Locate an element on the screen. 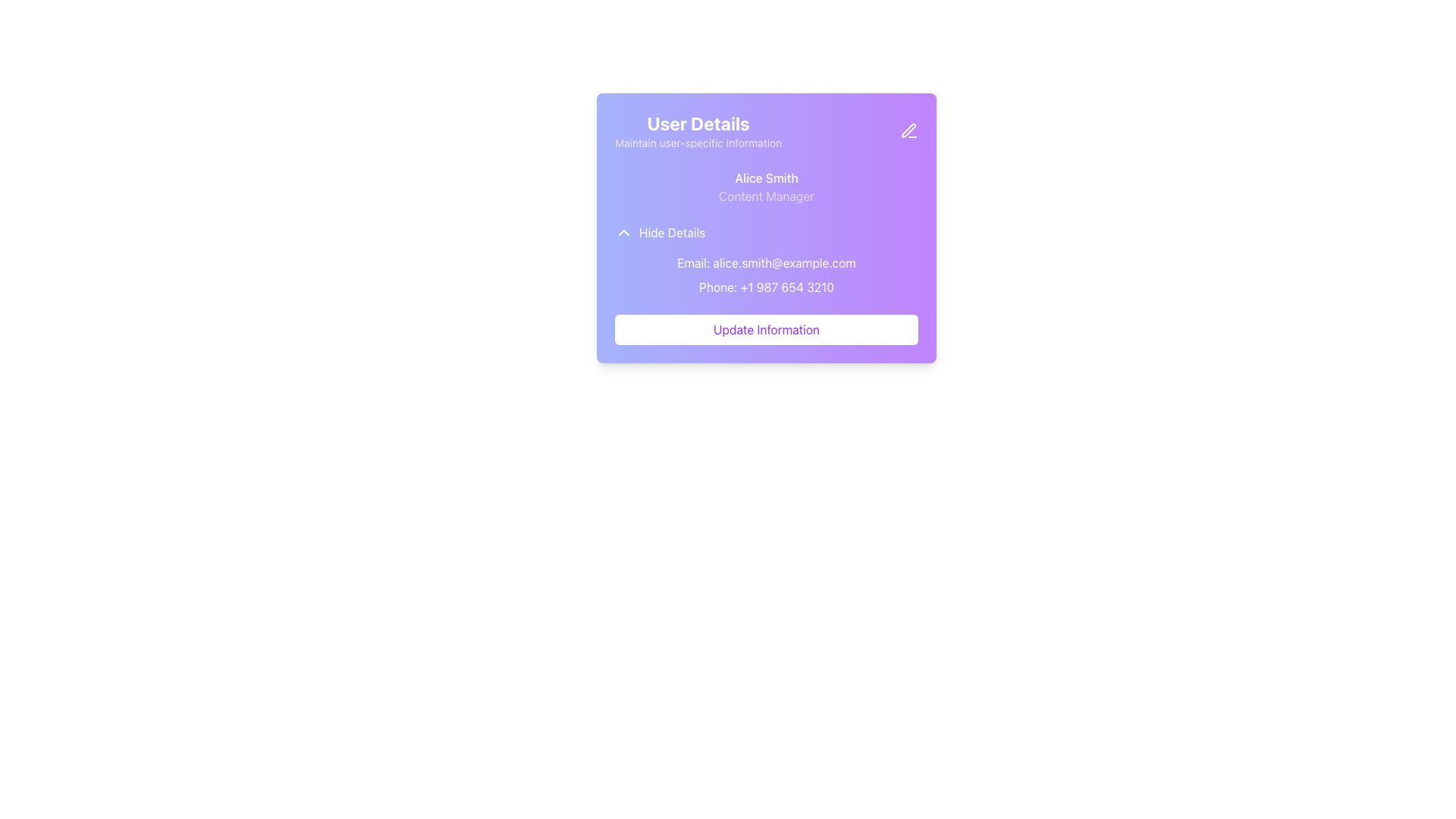  the static text label displaying the name 'Alice Smith', which is positioned above 'Content Manager' in the 'User Details' card interface is located at coordinates (767, 177).